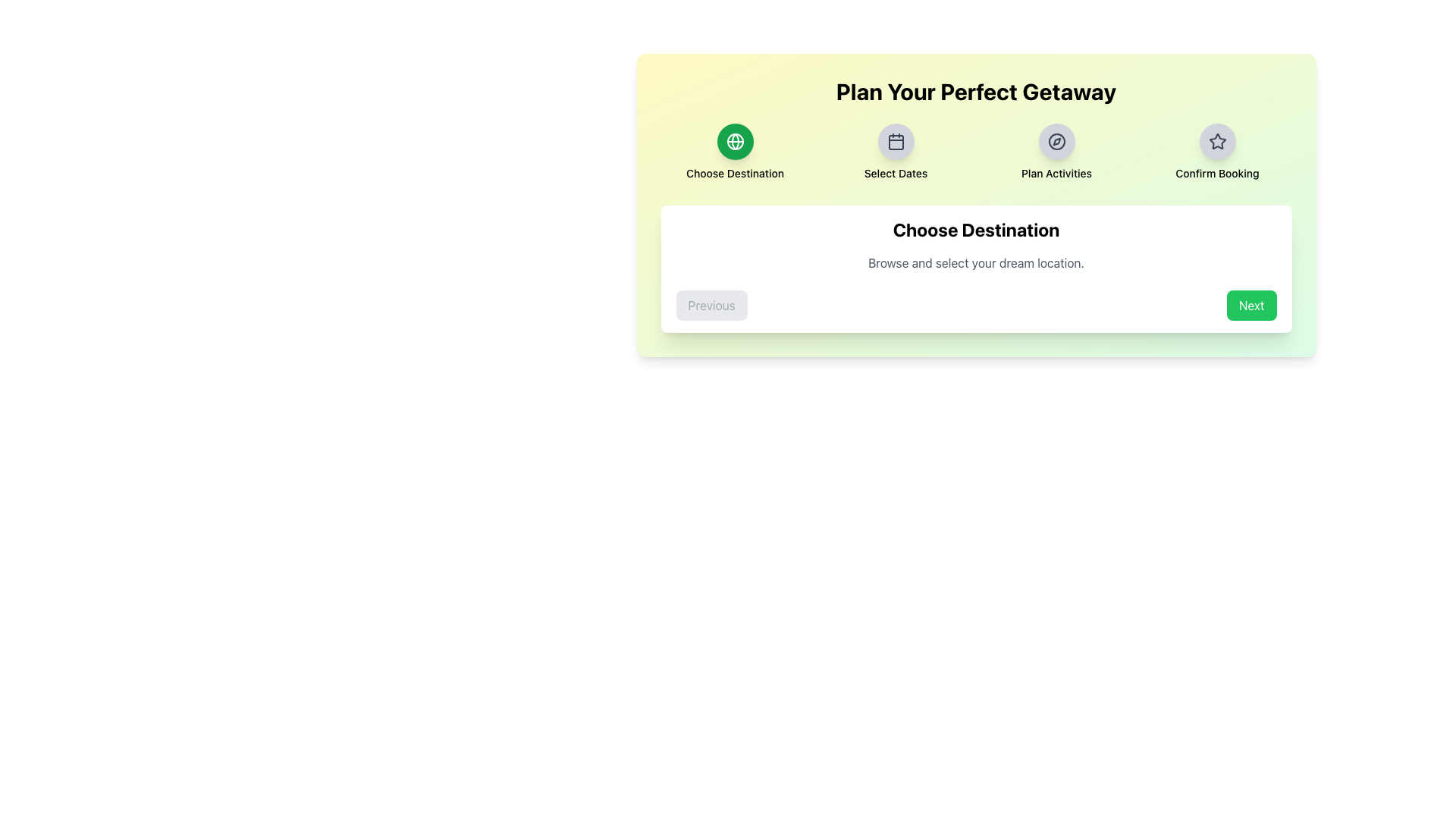 This screenshot has height=819, width=1456. I want to click on the circular vector graphic element with a radius of 10 units, defined within an SVG tag in the 'Plan Activities' section, so click(1056, 141).